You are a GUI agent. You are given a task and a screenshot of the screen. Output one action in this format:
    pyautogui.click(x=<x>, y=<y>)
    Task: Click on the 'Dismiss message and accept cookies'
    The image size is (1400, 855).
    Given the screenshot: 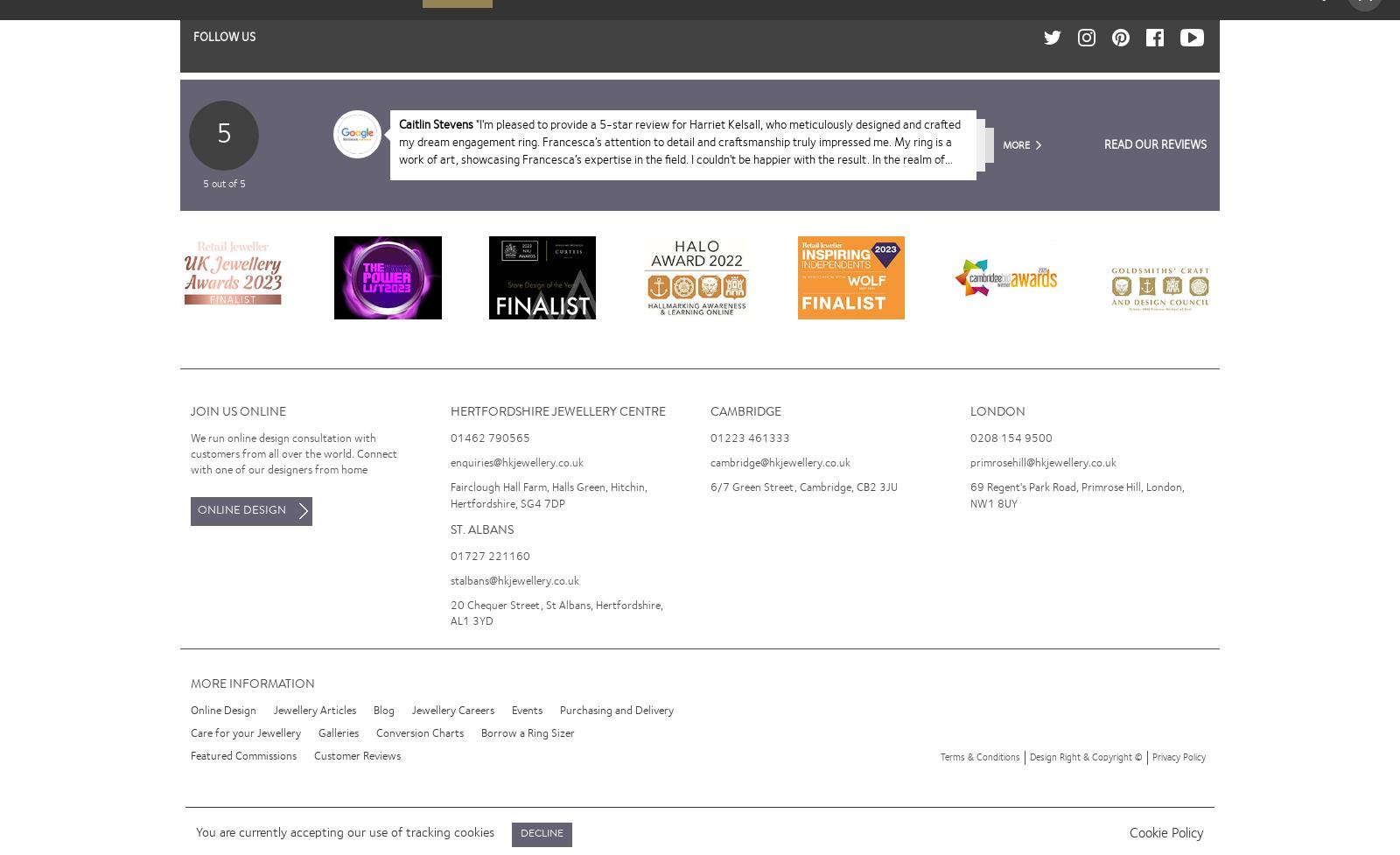 What is the action you would take?
    pyautogui.click(x=1373, y=46)
    